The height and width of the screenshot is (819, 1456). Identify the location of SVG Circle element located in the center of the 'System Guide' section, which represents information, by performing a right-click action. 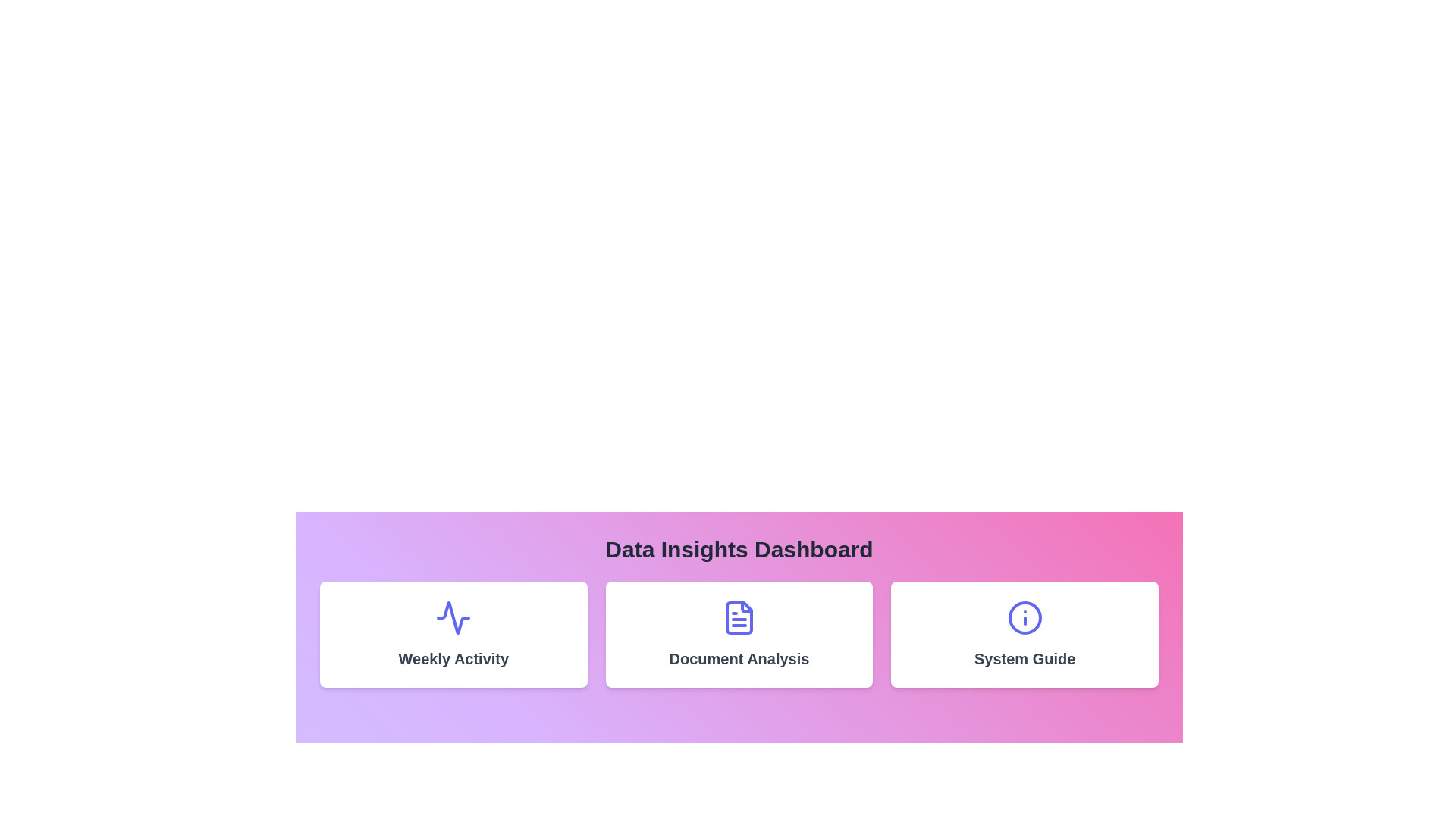
(1025, 617).